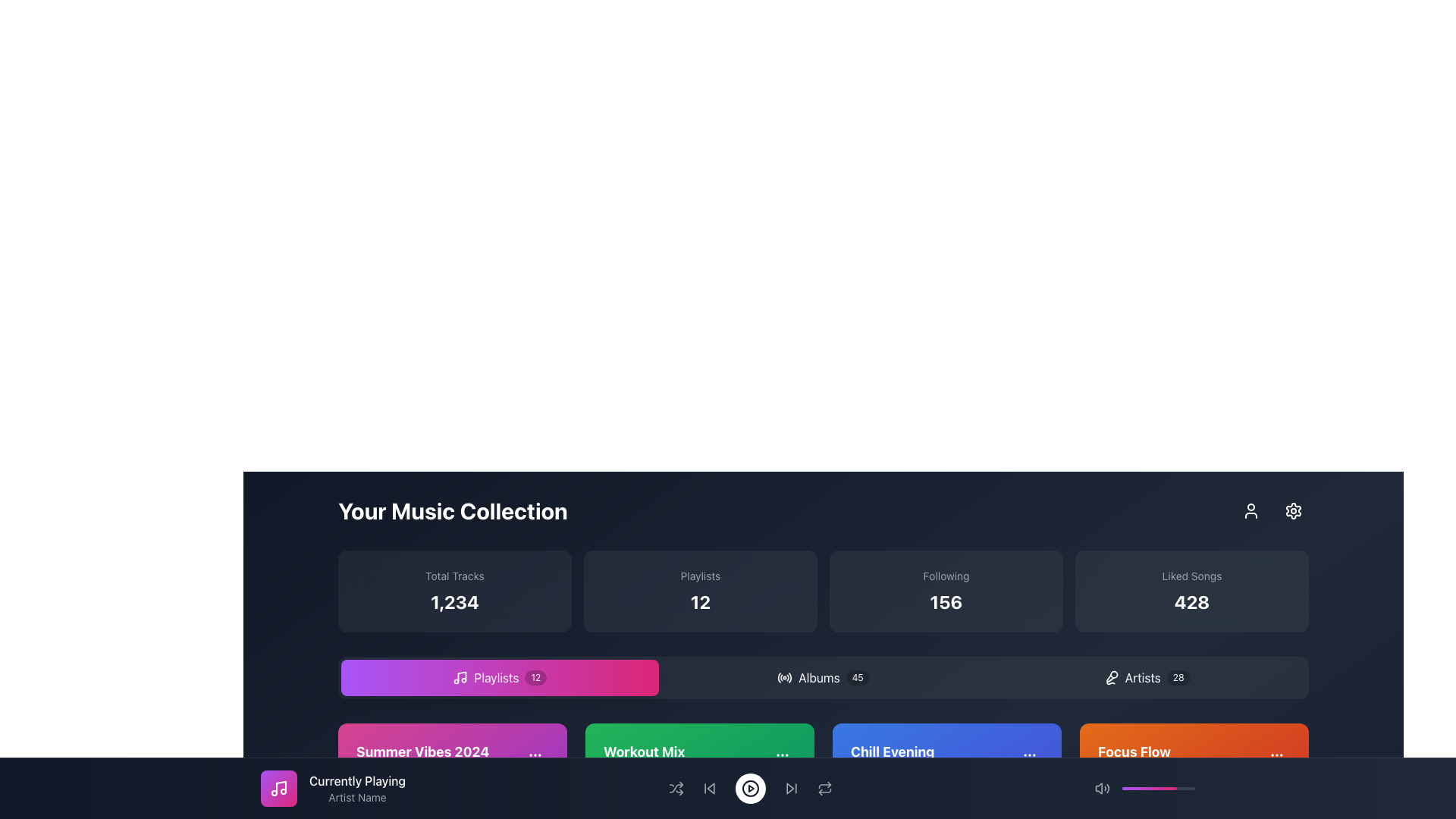 The image size is (1456, 819). Describe the element at coordinates (535, 755) in the screenshot. I see `the Ellipsis menu button located in the bottom-right corner of the 'Summer Vibes 2024' section` at that location.